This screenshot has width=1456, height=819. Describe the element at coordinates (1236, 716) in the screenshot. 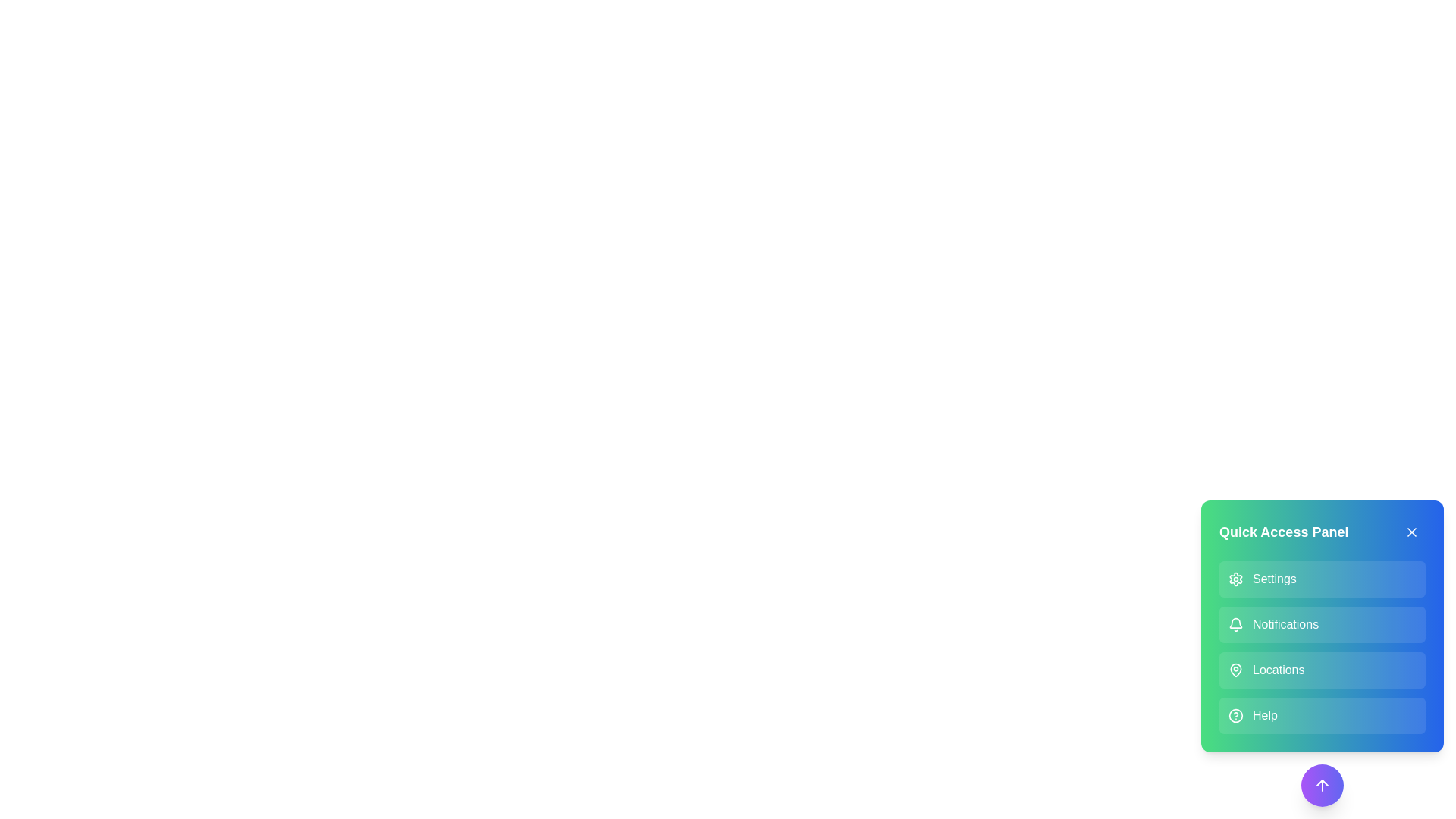

I see `circular outline element located at the center of the 'Help' button in the 'Quick Access Panel'` at that location.